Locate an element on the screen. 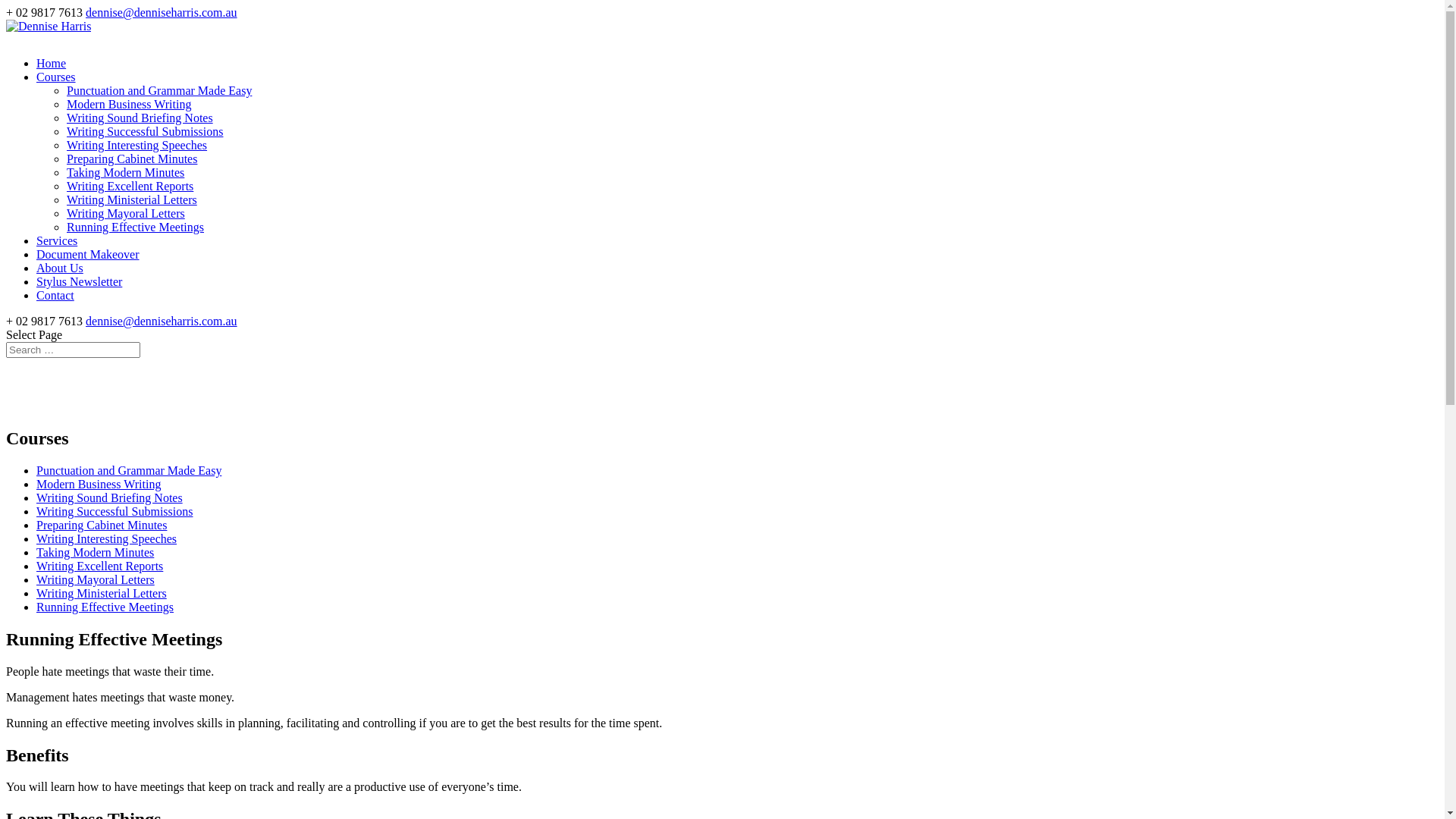 The image size is (1456, 819). 'Modern Business Writing' is located at coordinates (128, 103).